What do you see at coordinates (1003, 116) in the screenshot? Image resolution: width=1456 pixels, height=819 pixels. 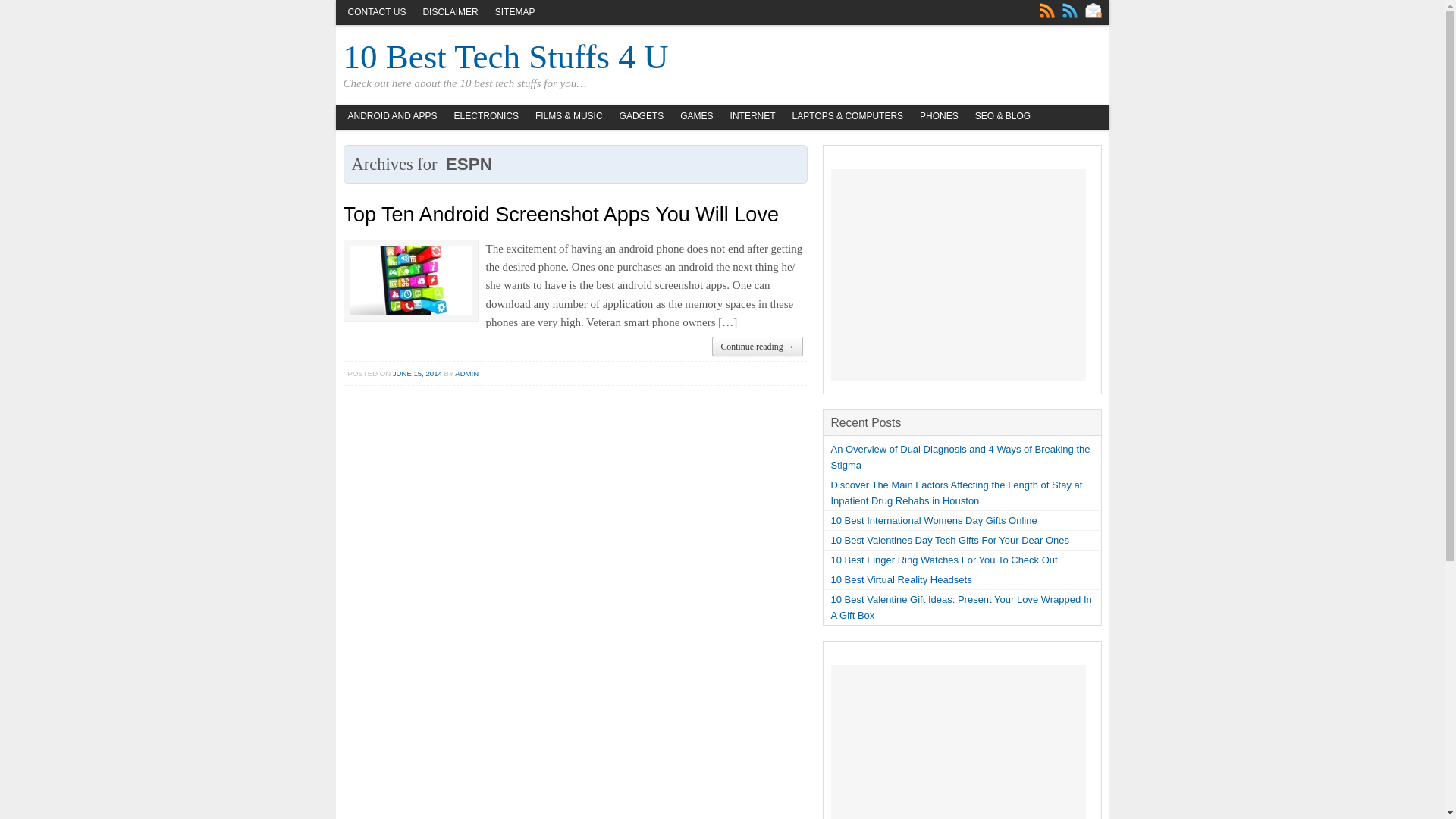 I see `'SEO & BLOG'` at bounding box center [1003, 116].